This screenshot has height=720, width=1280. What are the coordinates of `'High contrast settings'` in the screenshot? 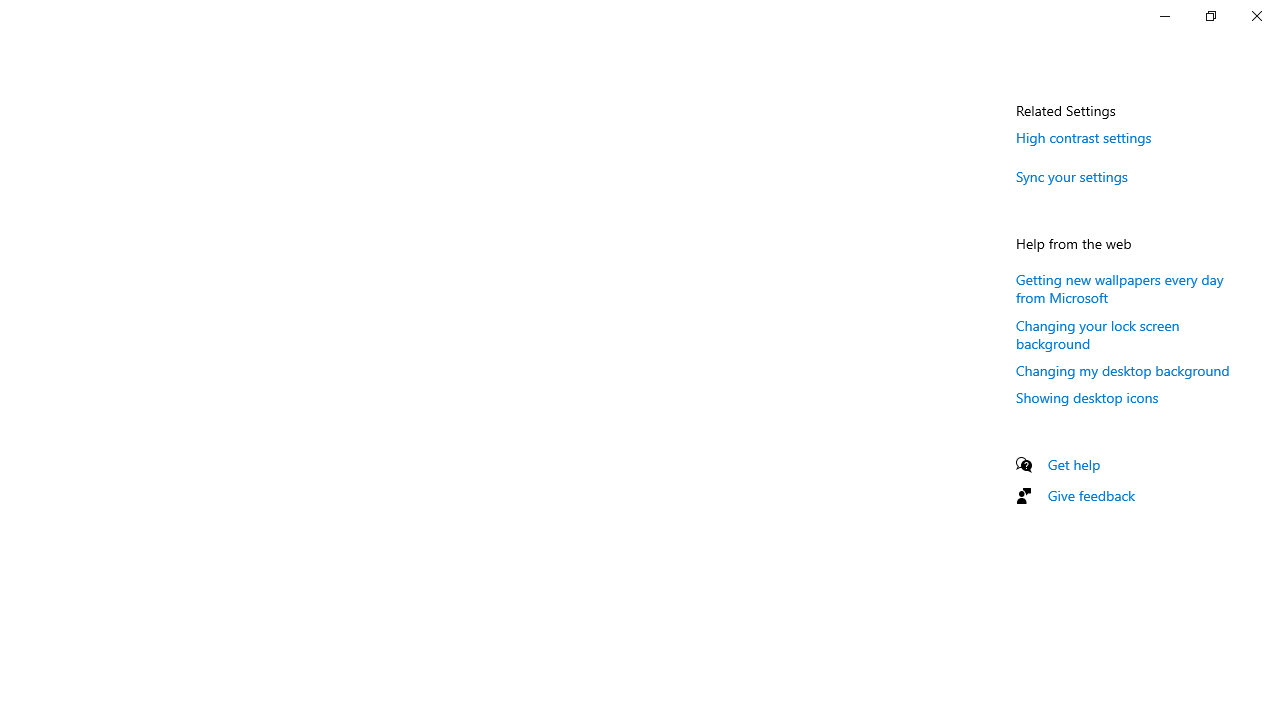 It's located at (1083, 136).